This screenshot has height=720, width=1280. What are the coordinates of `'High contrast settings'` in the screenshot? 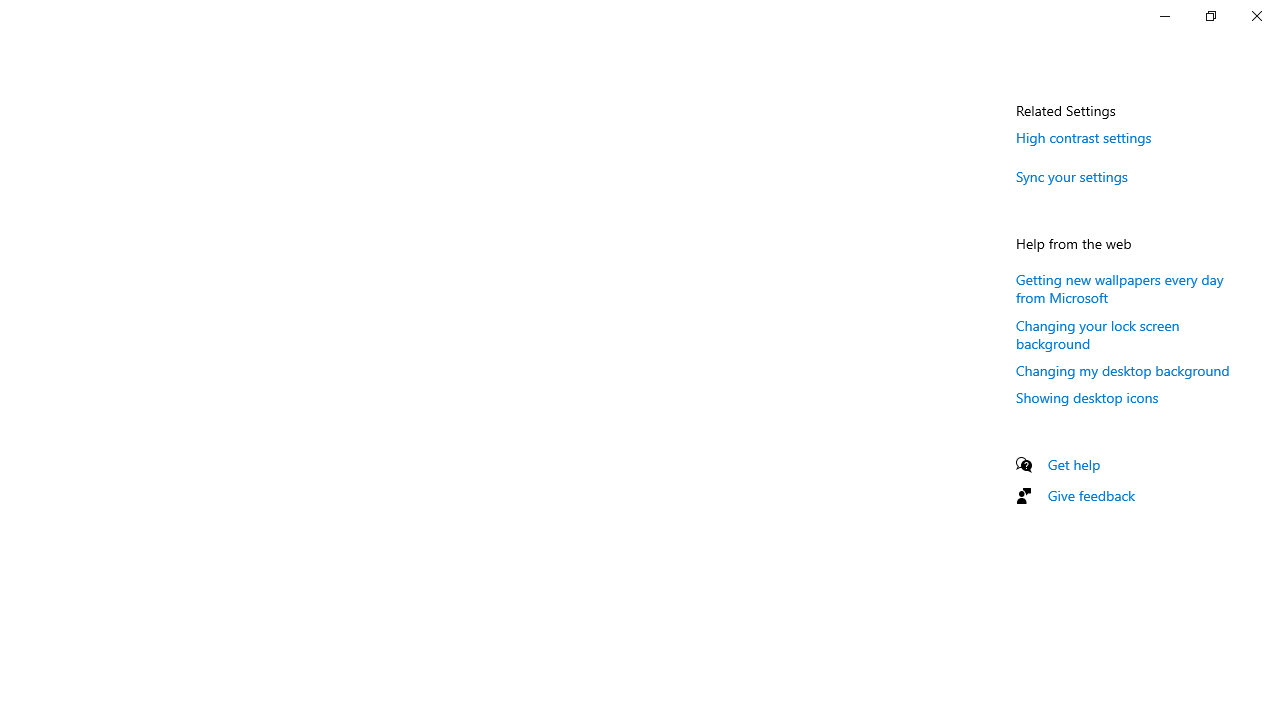 It's located at (1083, 136).